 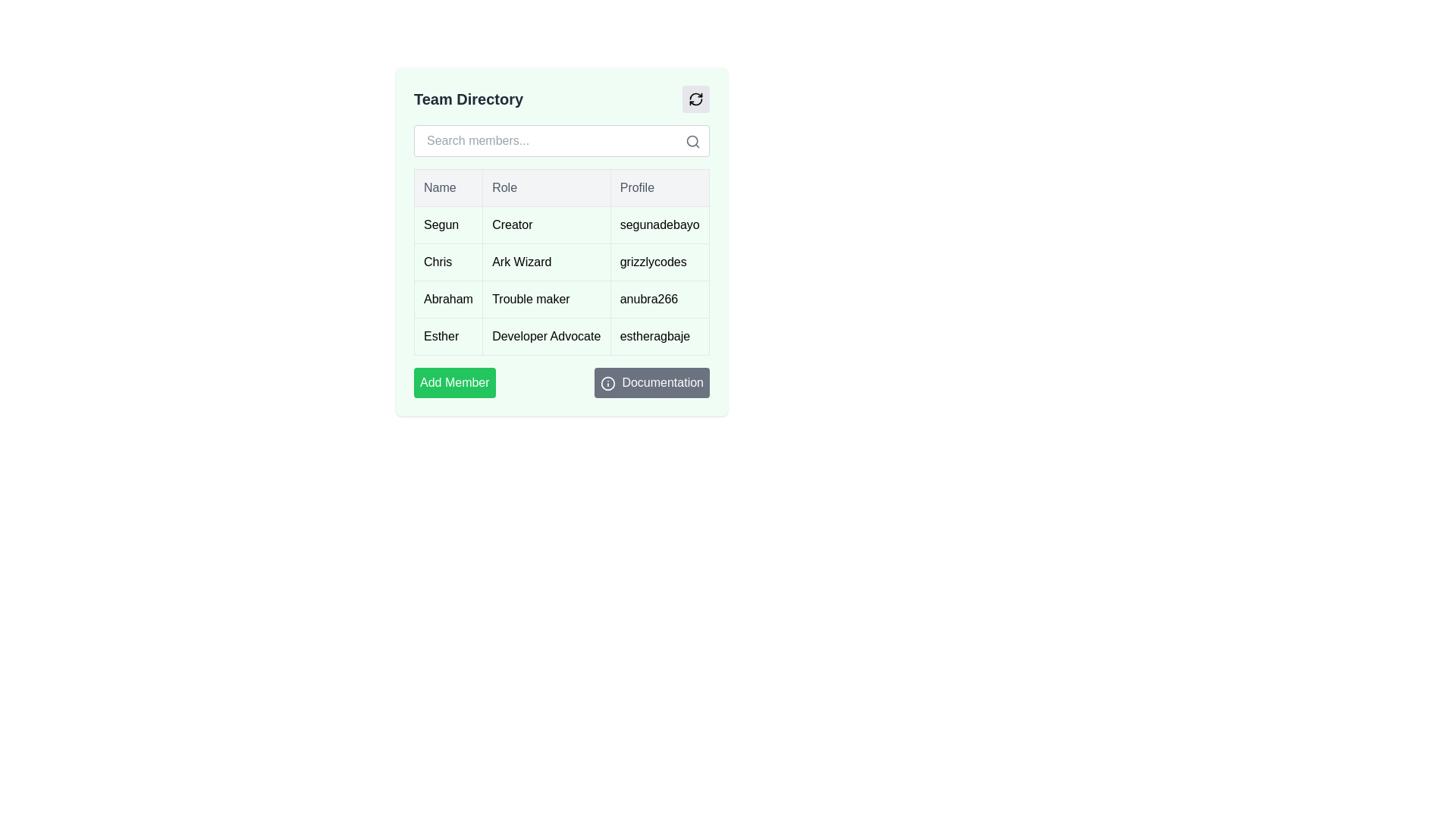 I want to click on the rectangular button labeled 'Documentation' with a gray background and white text to observe any hover effects, so click(x=652, y=382).